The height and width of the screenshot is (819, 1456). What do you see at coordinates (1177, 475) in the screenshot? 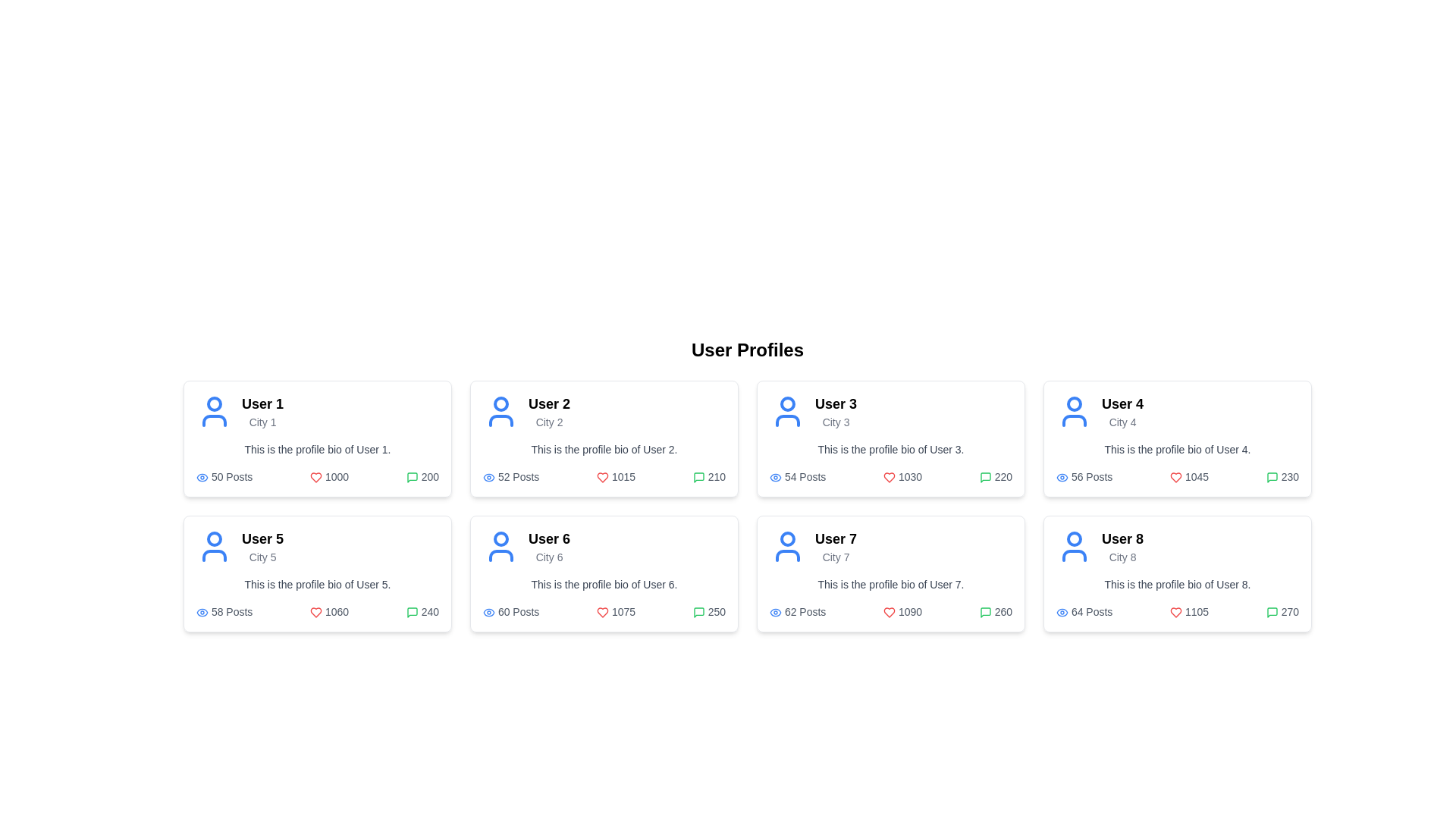
I see `the group of icons with associated text labels that summarizes user activity statistics for 'User 4', located in the bottom section of the card in the first row, fourth column of the user profile grid` at bounding box center [1177, 475].